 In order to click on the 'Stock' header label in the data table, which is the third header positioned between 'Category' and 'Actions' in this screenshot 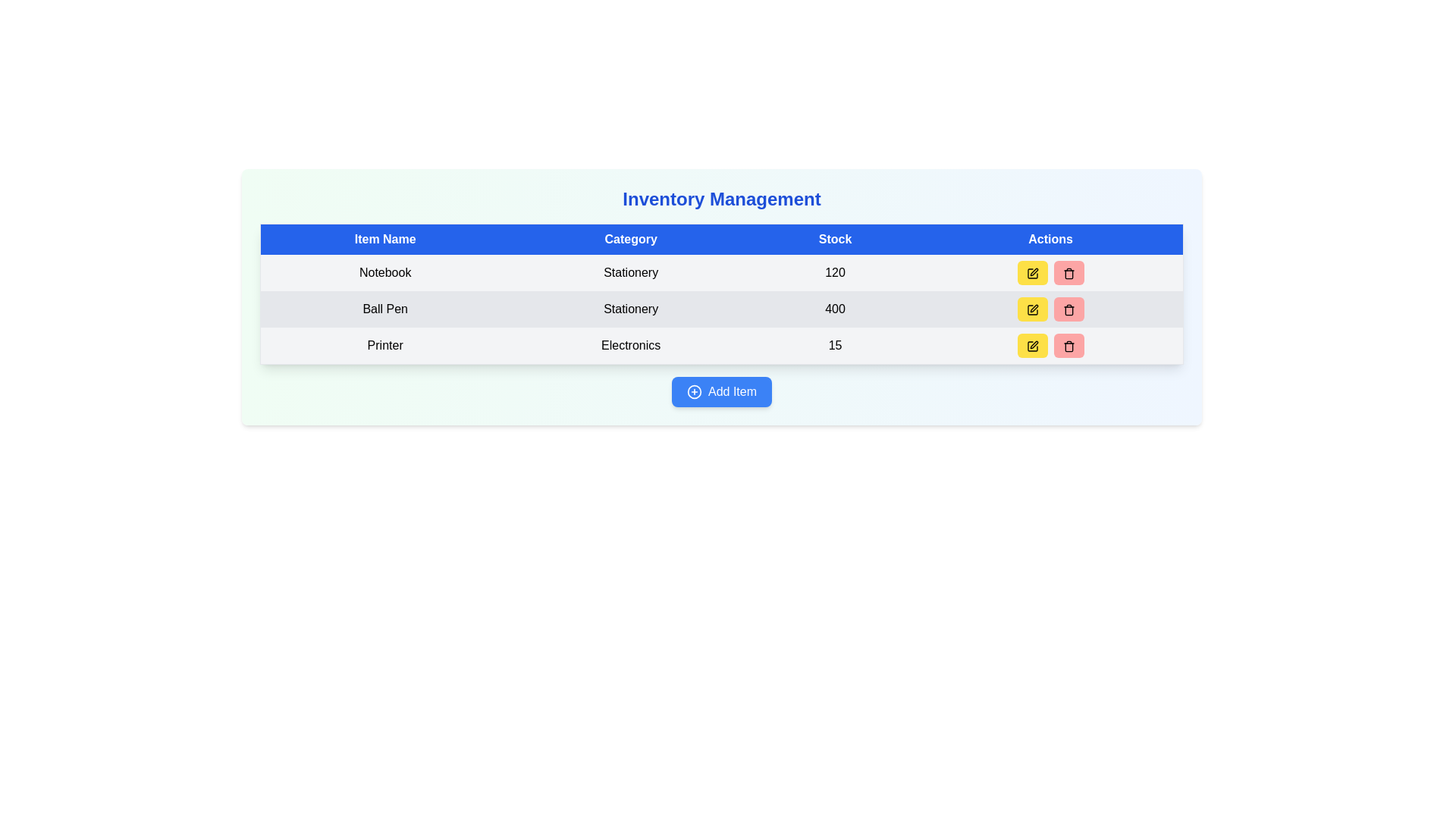, I will do `click(834, 239)`.